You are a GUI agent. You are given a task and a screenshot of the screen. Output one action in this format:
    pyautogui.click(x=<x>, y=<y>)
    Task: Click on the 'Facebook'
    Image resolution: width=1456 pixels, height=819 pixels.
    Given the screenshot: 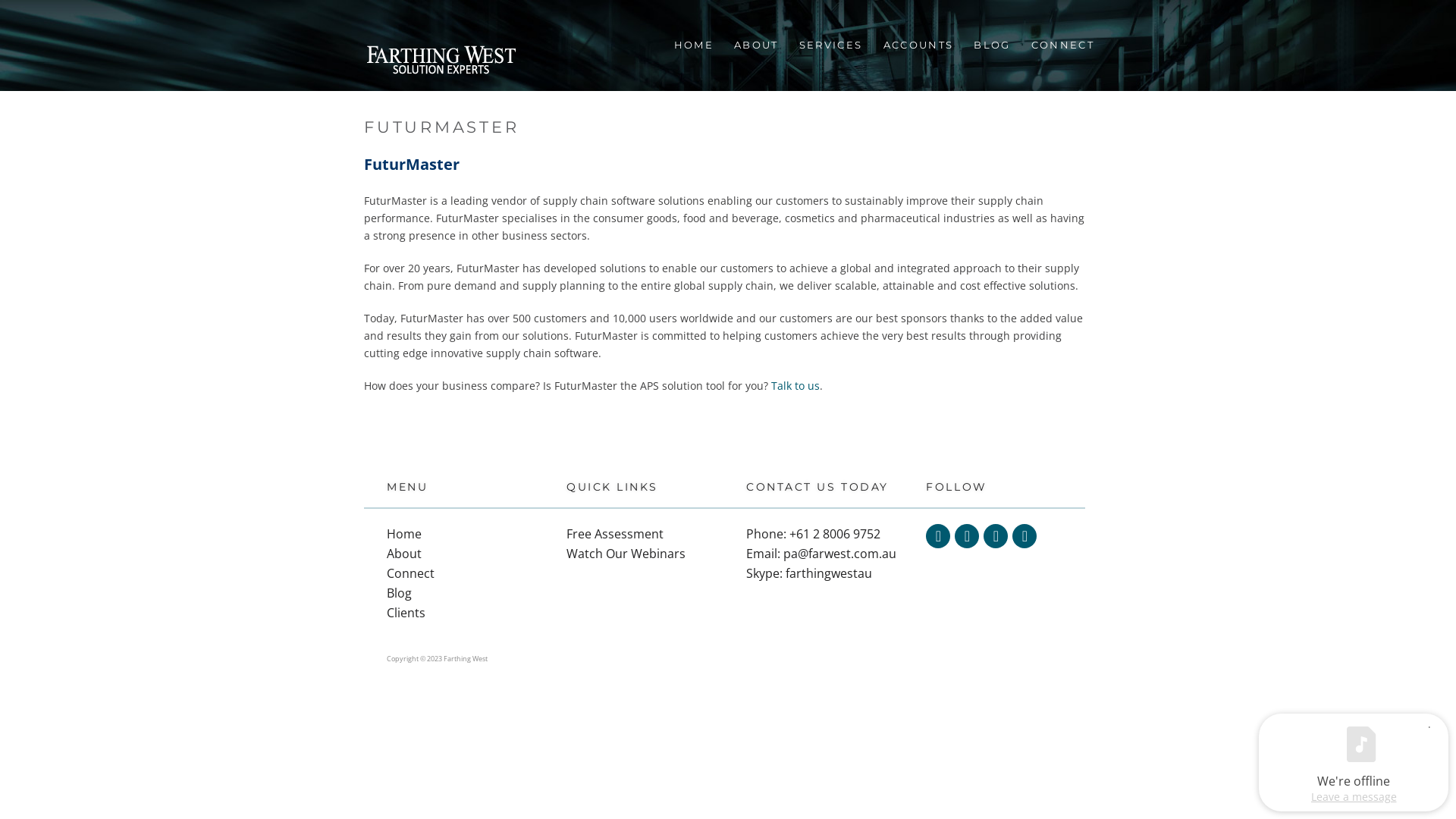 What is the action you would take?
    pyautogui.click(x=966, y=535)
    